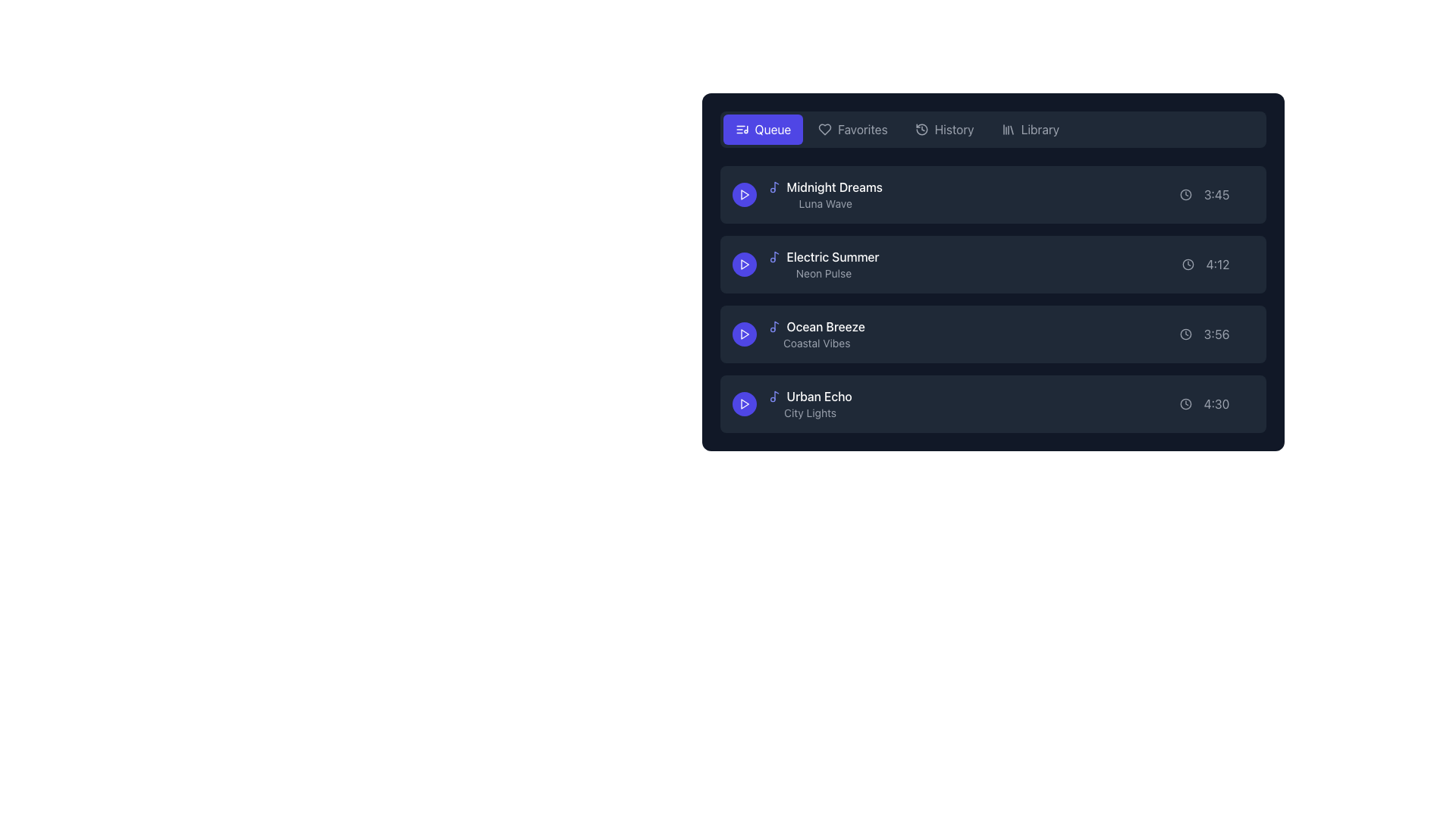 The width and height of the screenshot is (1456, 819). I want to click on the music-related icon located in the last row entry of the list of songs, positioned to the left of the song title 'Urban Echo', so click(776, 394).